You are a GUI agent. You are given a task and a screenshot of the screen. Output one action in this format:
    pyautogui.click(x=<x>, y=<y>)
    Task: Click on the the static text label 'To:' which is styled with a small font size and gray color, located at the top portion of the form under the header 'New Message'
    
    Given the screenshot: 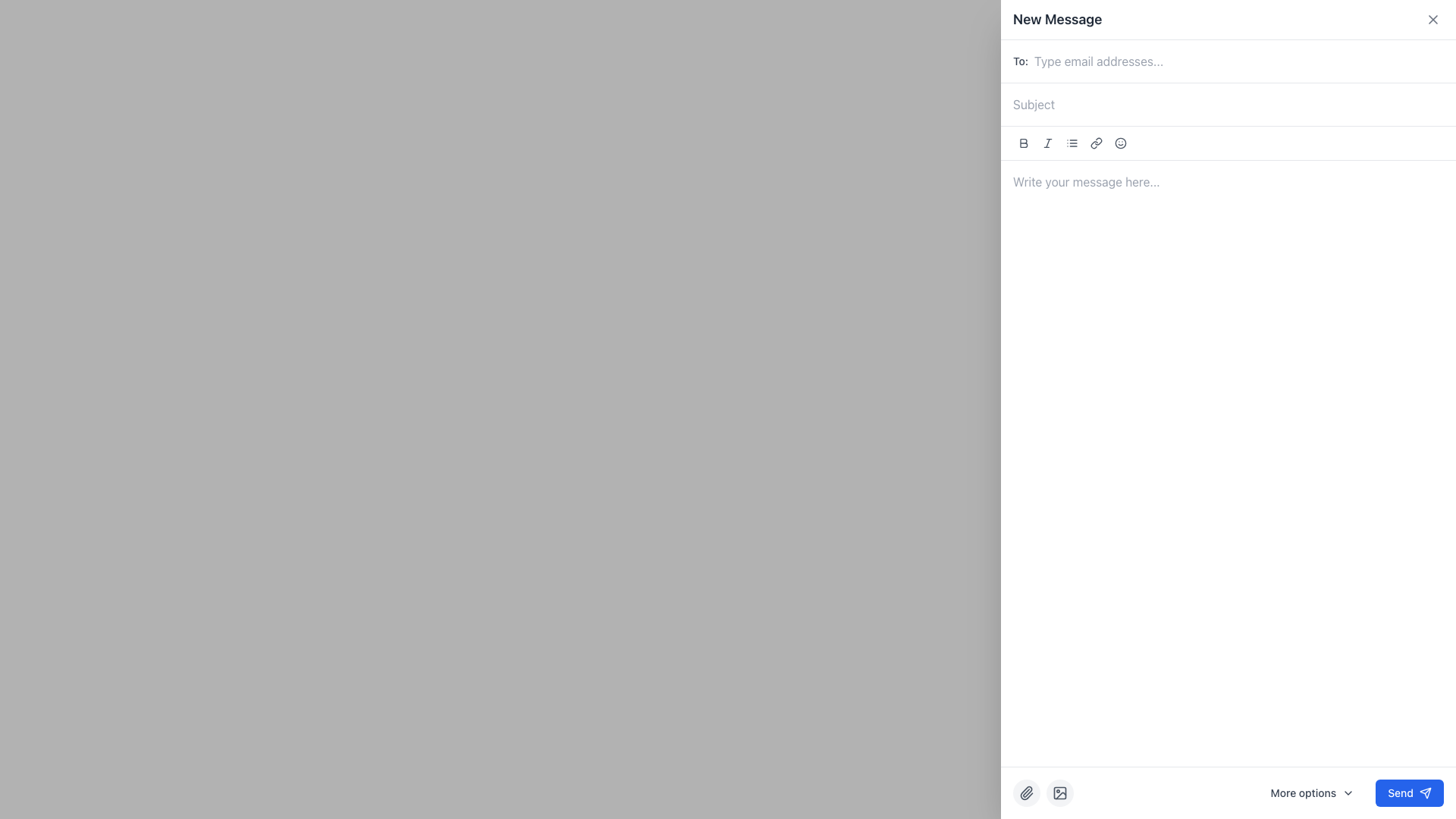 What is the action you would take?
    pyautogui.click(x=1020, y=61)
    